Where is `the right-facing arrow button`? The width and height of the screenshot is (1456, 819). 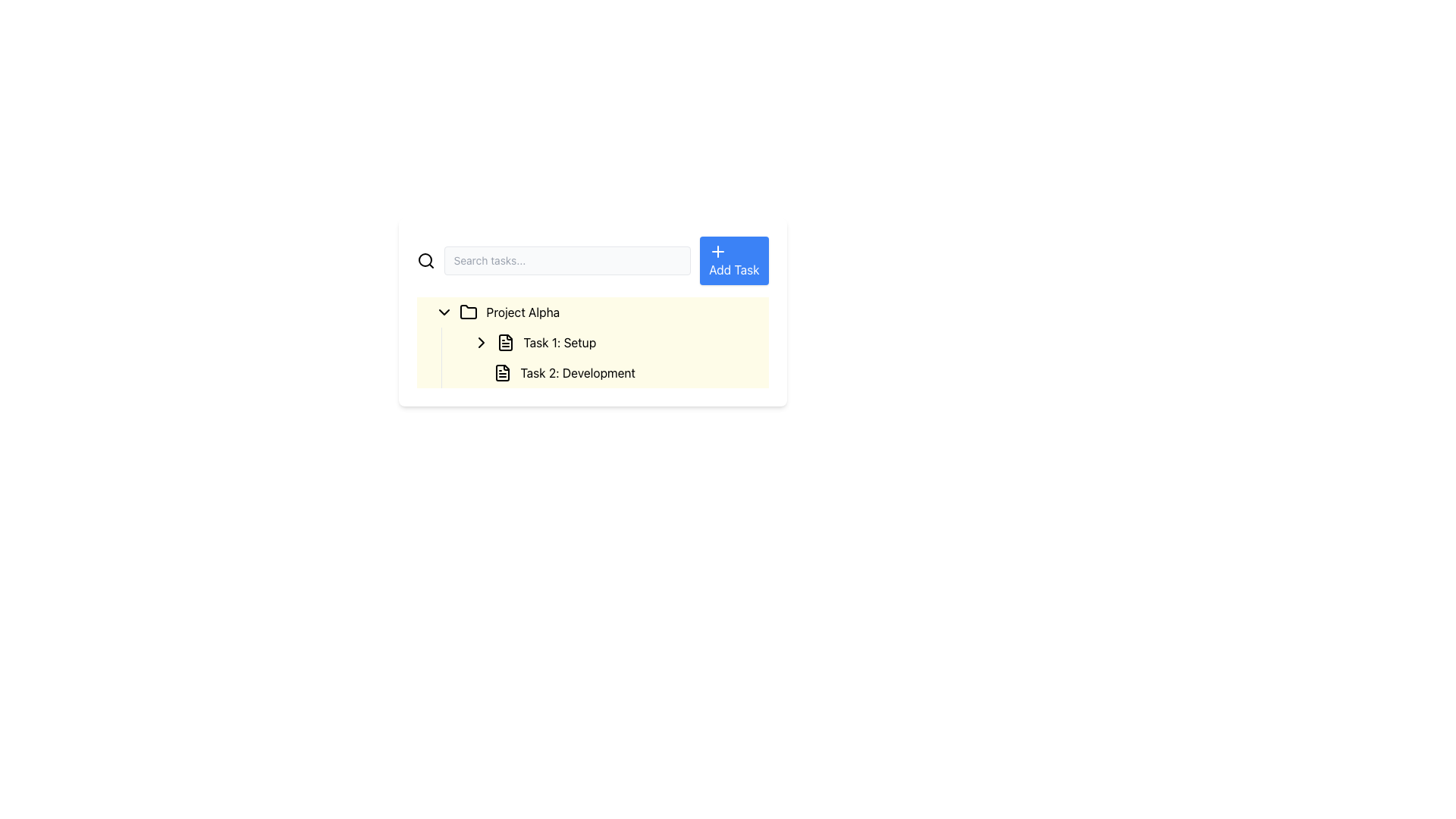 the right-facing arrow button is located at coordinates (480, 342).